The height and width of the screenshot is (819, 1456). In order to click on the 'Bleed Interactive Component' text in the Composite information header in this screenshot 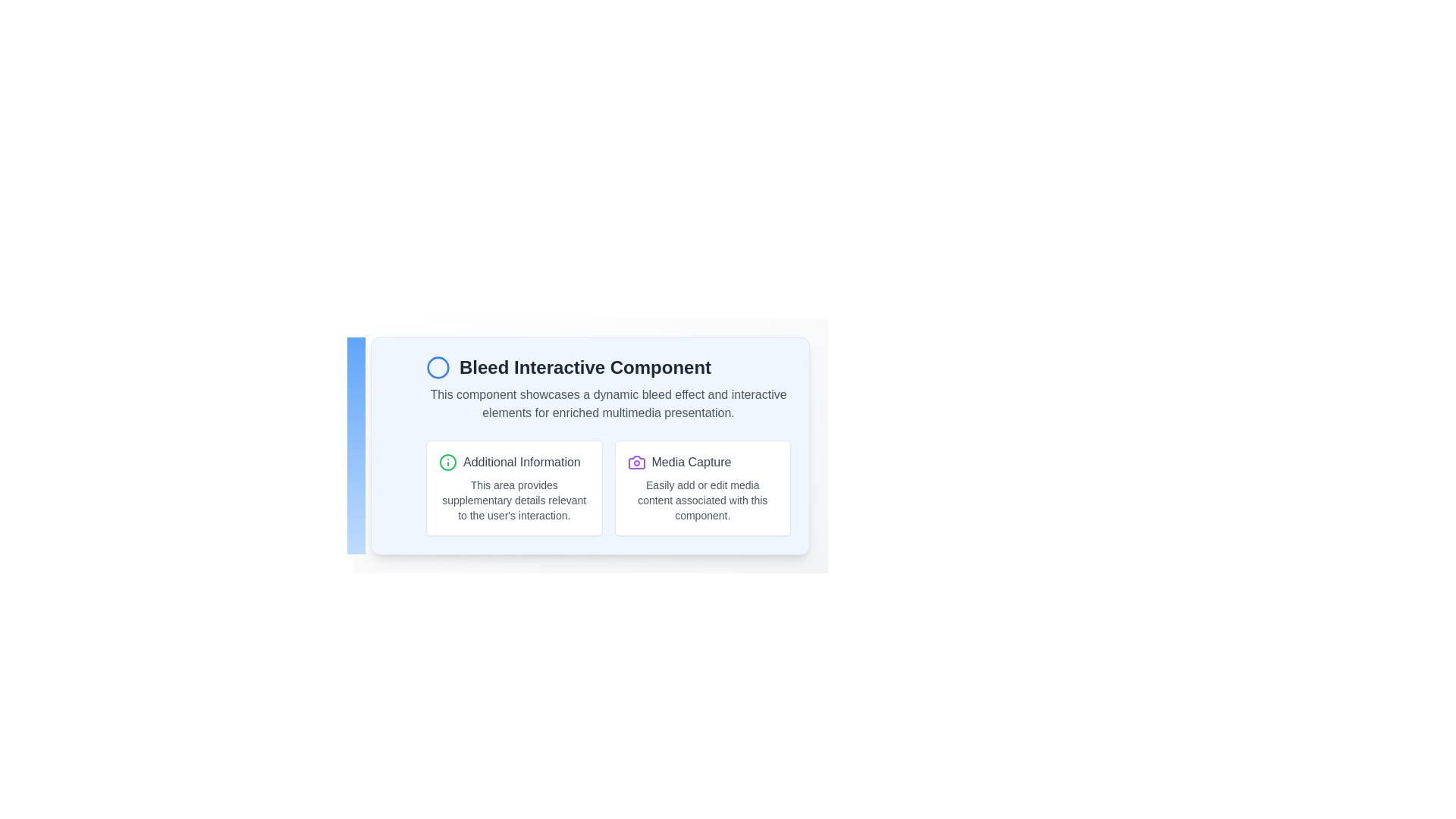, I will do `click(608, 368)`.